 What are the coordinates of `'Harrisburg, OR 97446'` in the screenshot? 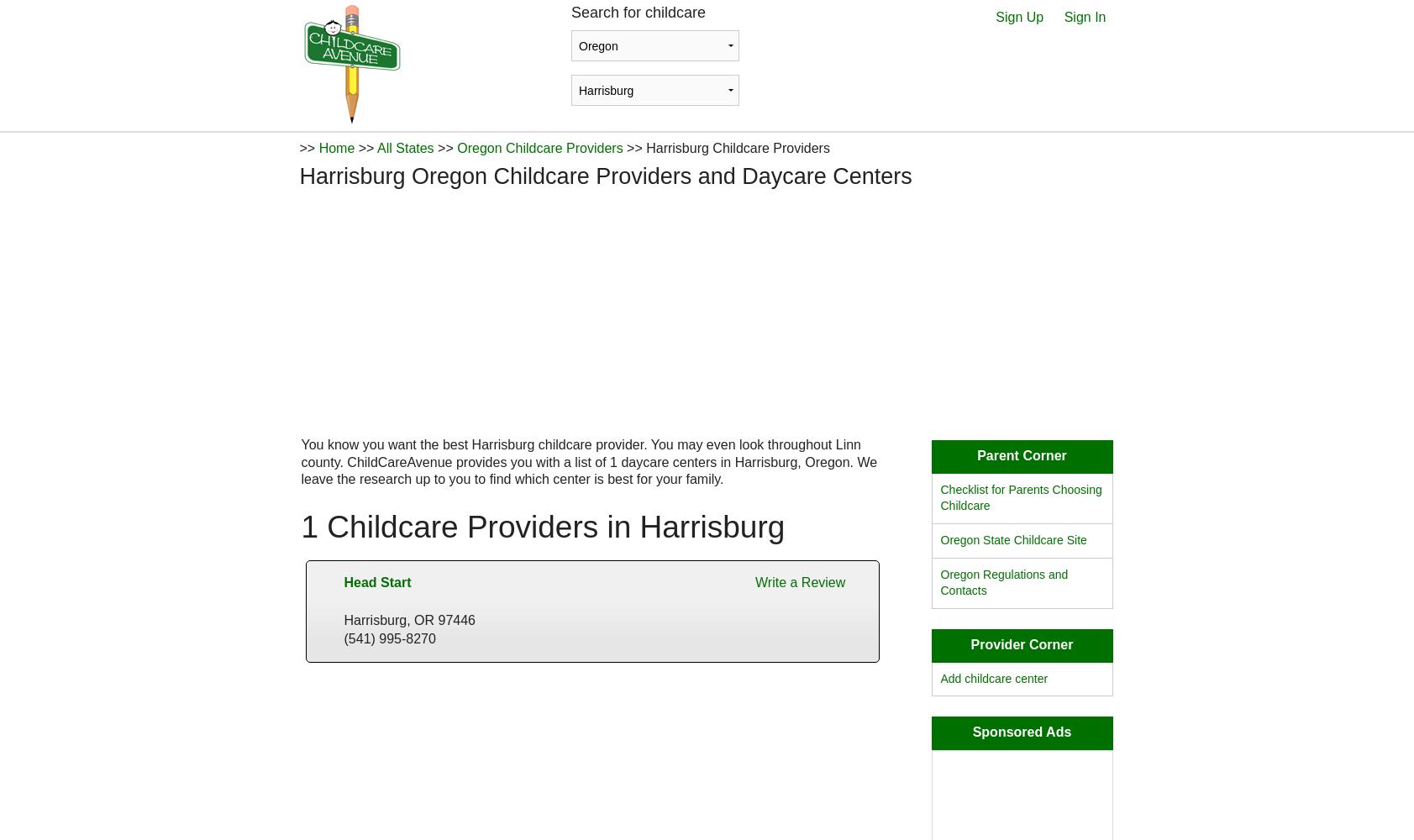 It's located at (409, 618).